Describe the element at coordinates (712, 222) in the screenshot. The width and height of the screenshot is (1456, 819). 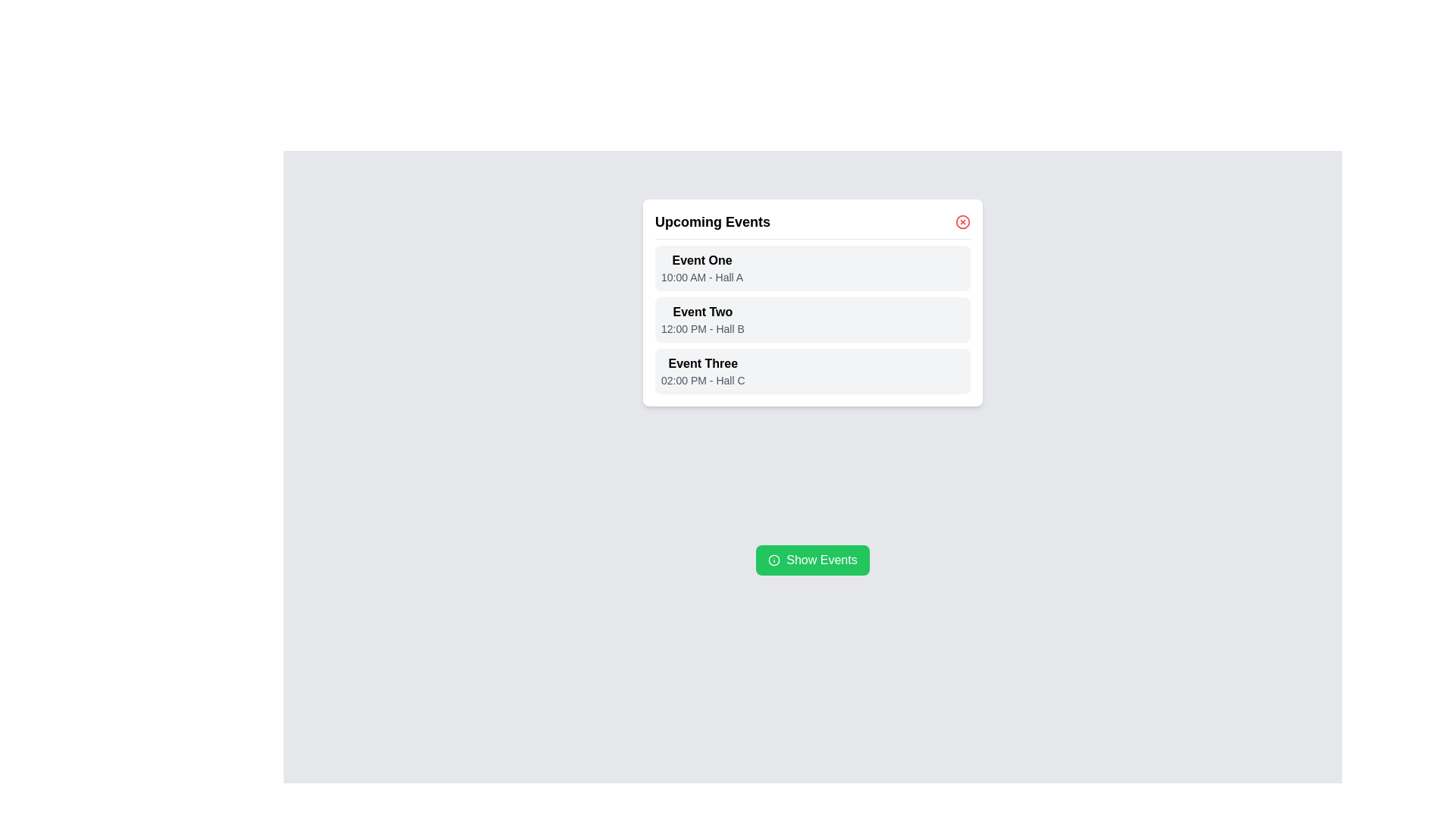
I see `the 'Upcoming Events' header Text Label by moving the cursor to its center point` at that location.